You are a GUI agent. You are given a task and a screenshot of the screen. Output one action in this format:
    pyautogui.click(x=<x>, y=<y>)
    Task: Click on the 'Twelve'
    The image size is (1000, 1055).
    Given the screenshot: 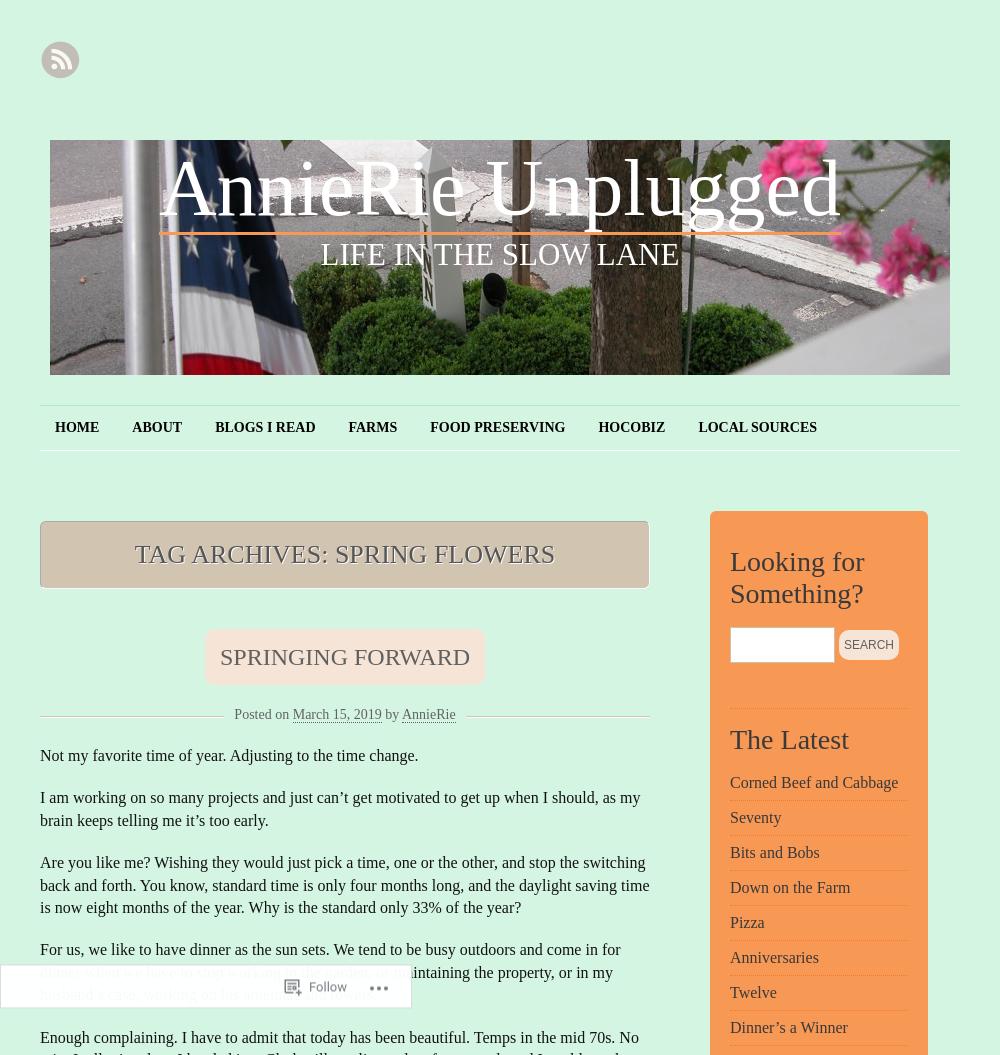 What is the action you would take?
    pyautogui.click(x=729, y=992)
    